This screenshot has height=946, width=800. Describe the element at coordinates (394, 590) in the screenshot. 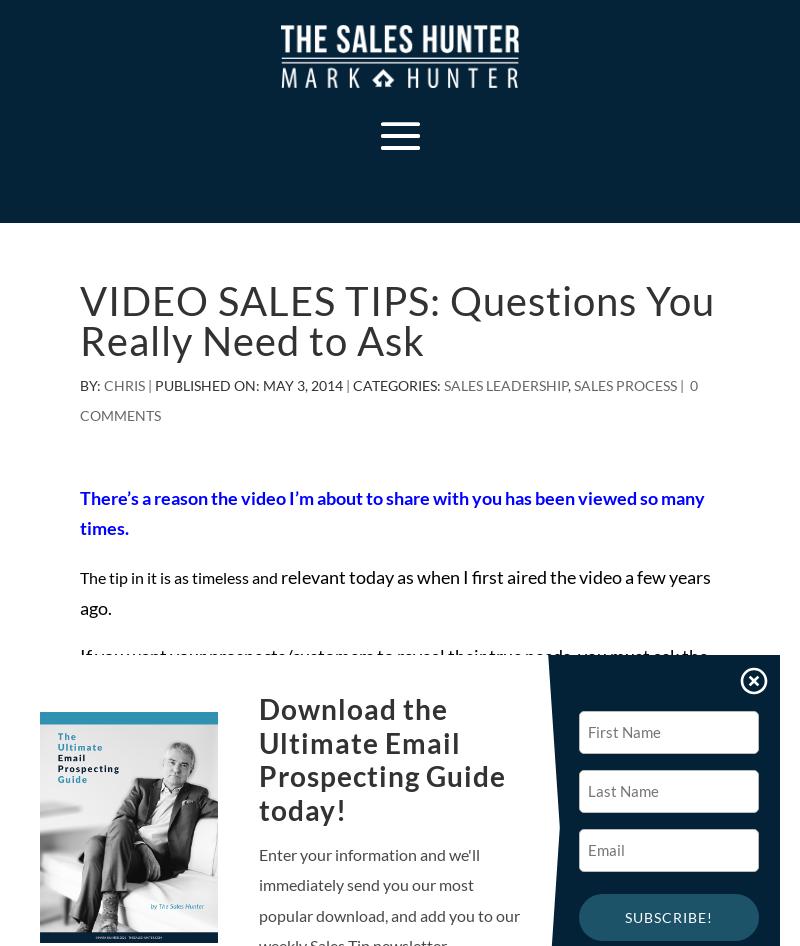

I see `'relevant today as when I first aired the video a few years ago.'` at that location.